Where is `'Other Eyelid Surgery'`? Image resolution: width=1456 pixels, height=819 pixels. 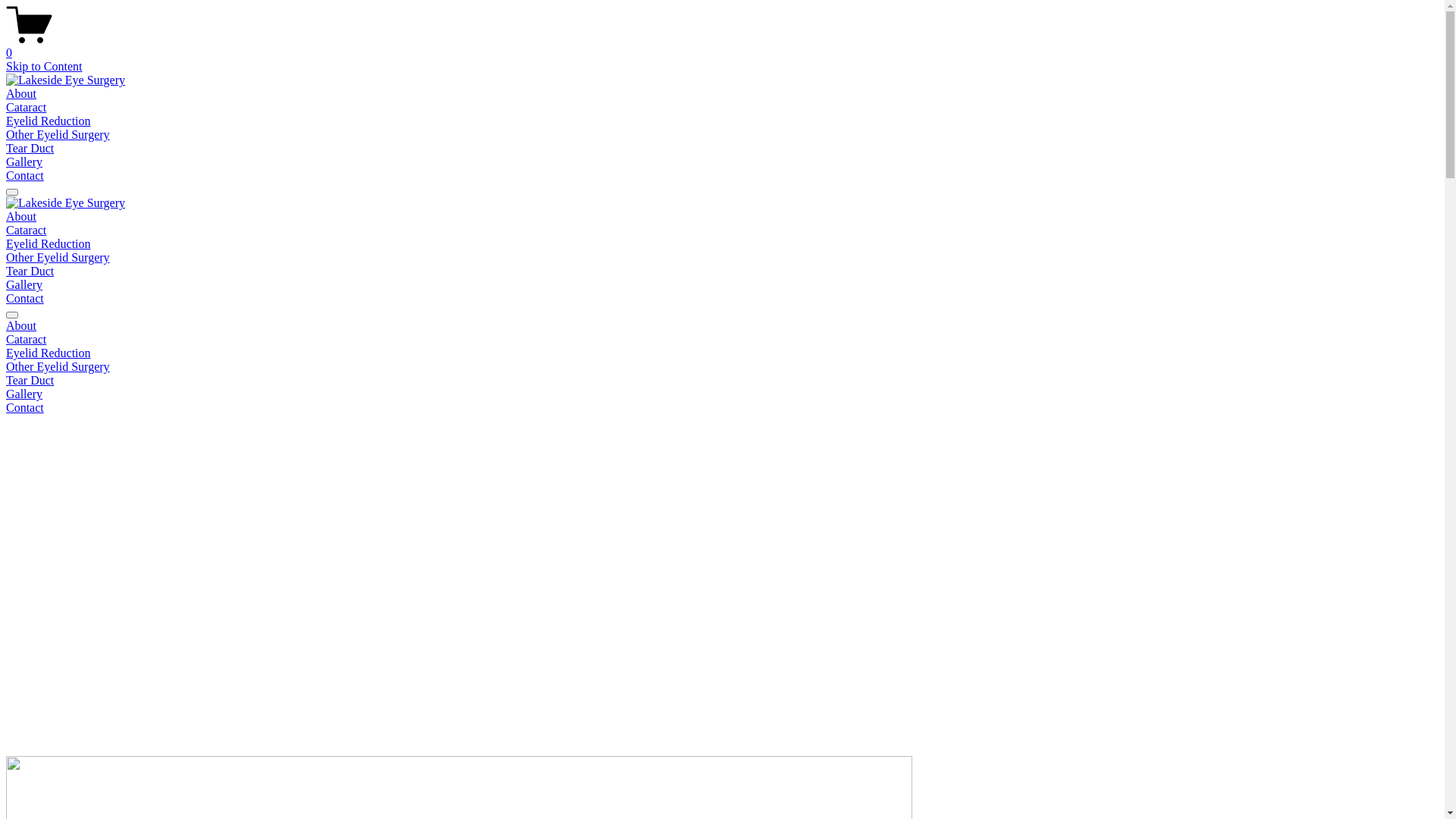
'Other Eyelid Surgery' is located at coordinates (6, 366).